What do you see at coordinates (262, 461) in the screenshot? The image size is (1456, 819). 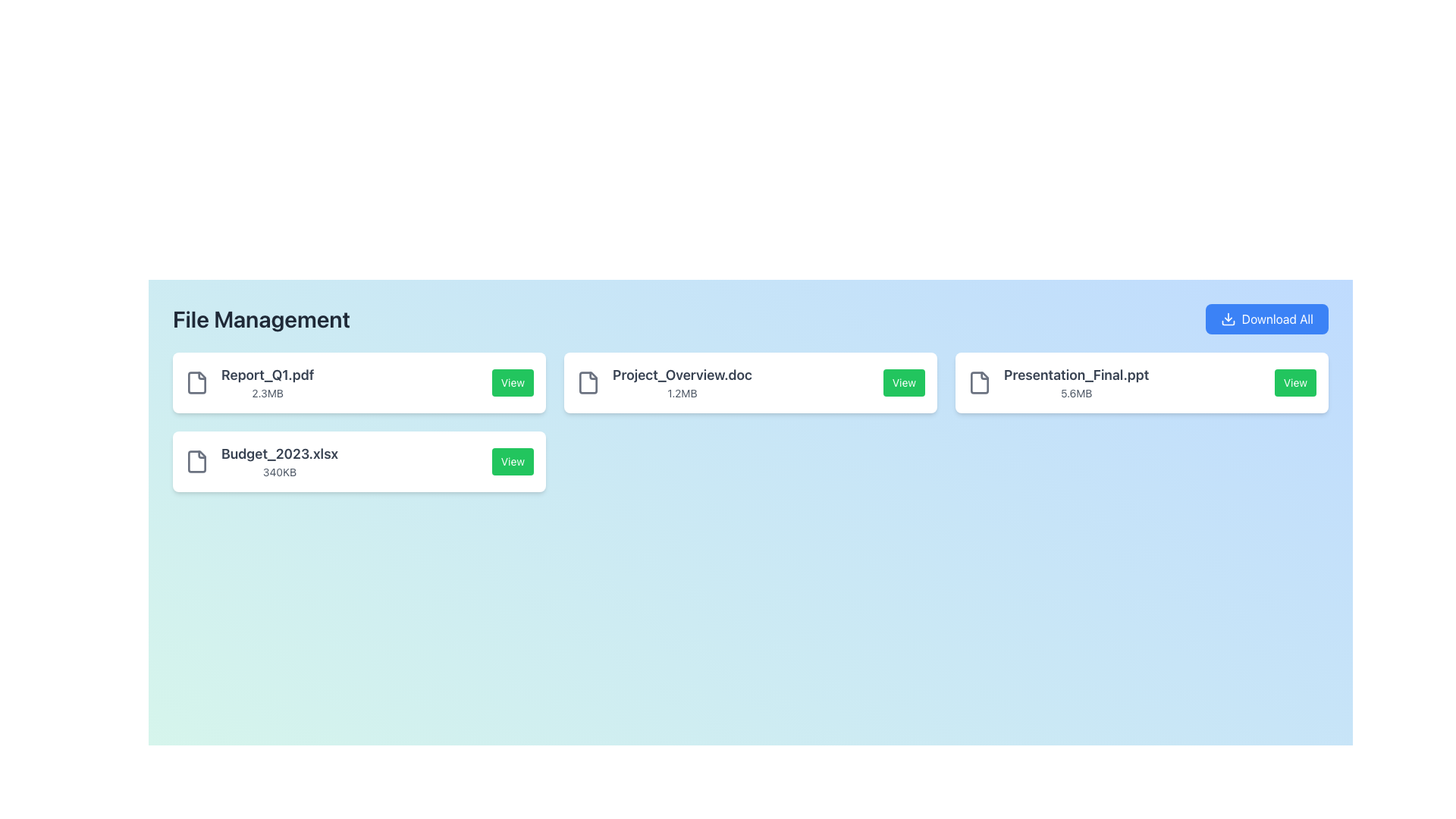 I see `text displayed in the labeled component for identifying the 'Budget_2023.xlsx' file, which is located in the second card of the 'File Management' interface` at bounding box center [262, 461].